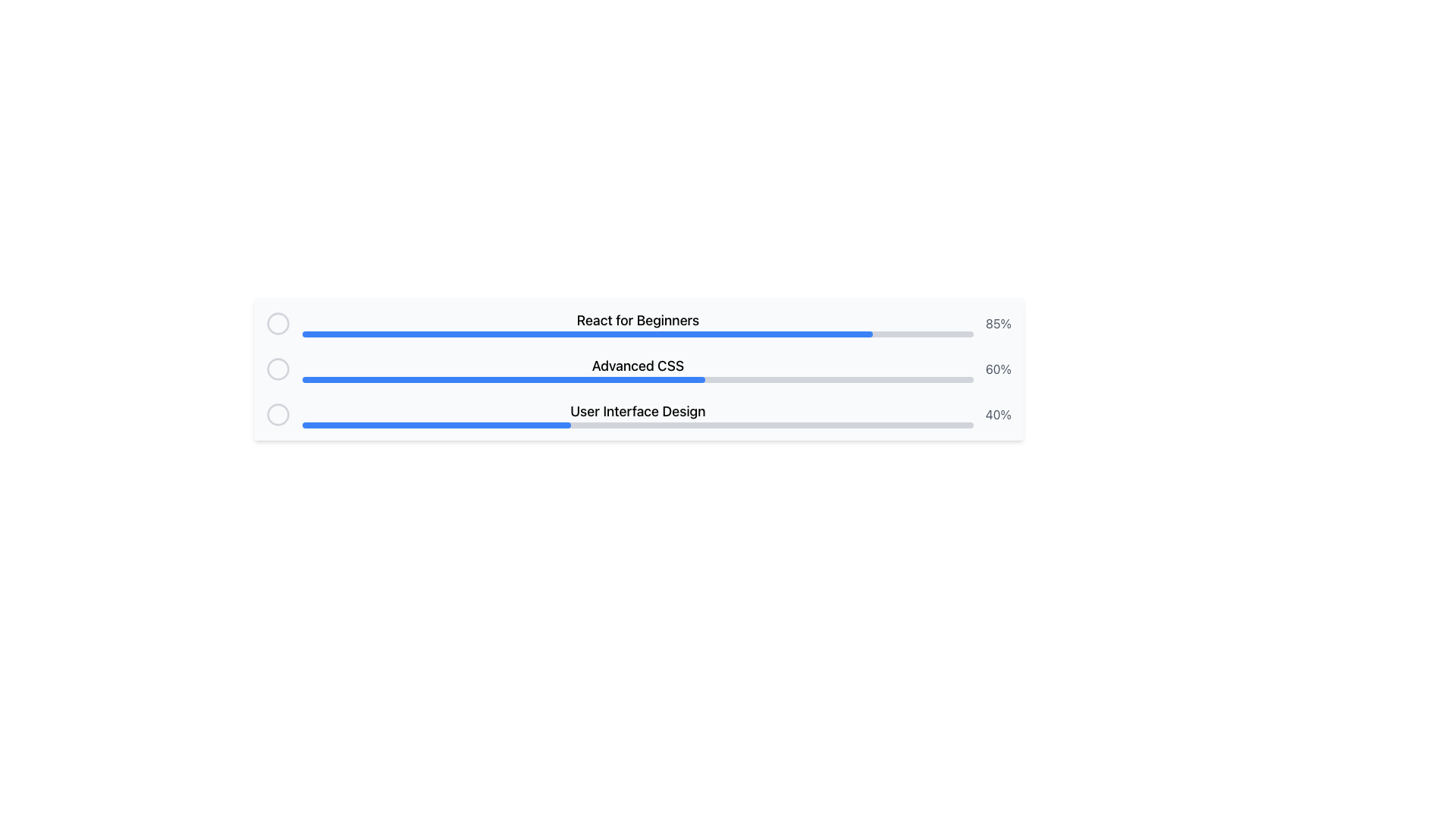 The height and width of the screenshot is (819, 1456). What do you see at coordinates (638, 415) in the screenshot?
I see `the Labeled Progress Indicator that displays 'User Interface Design' above a gray horizontal progress bar filled to 40%` at bounding box center [638, 415].